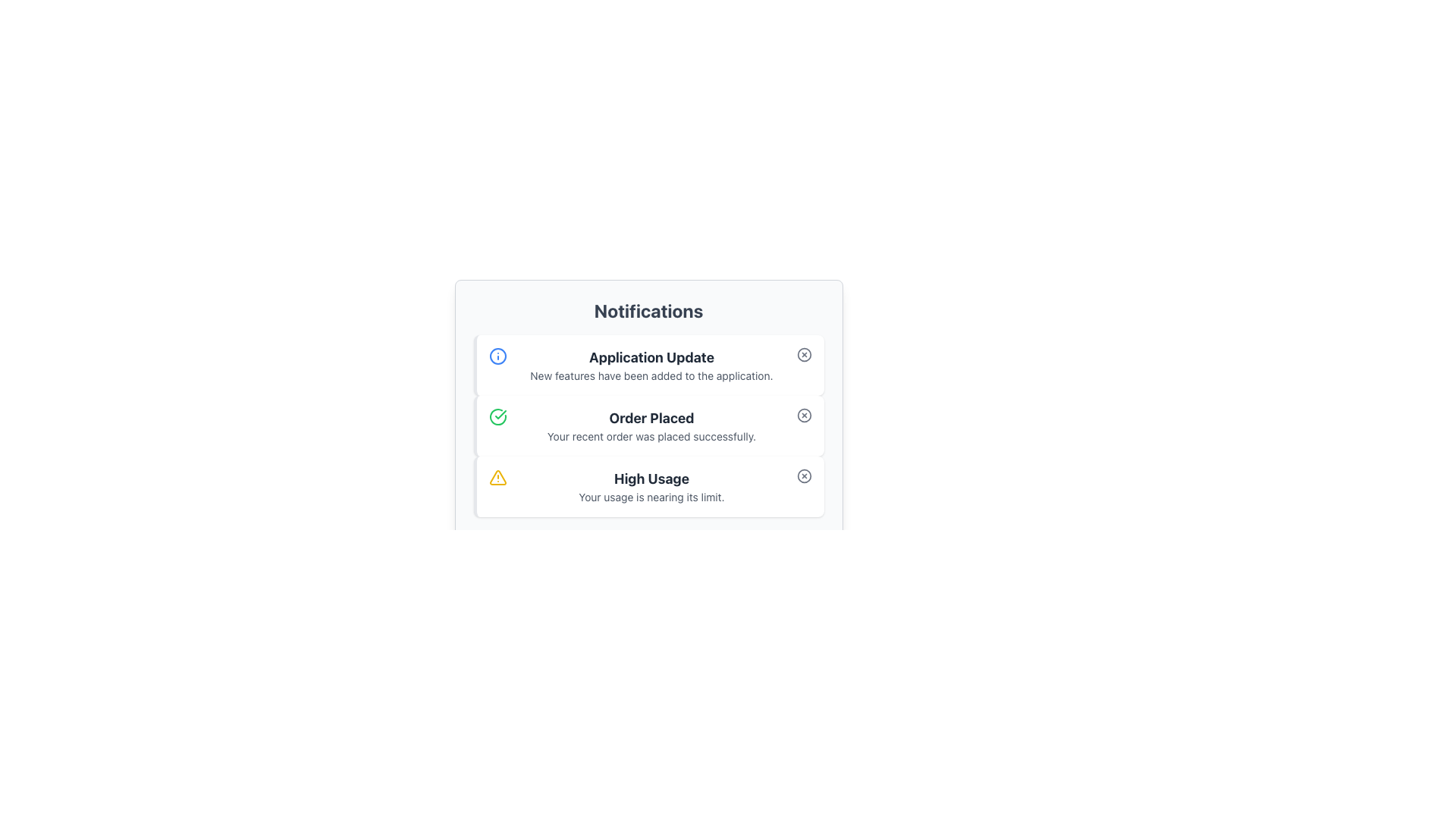 Image resolution: width=1456 pixels, height=819 pixels. I want to click on the second notification card in the Notifications panel that informs the user about the successful placement of their recent order, so click(648, 426).